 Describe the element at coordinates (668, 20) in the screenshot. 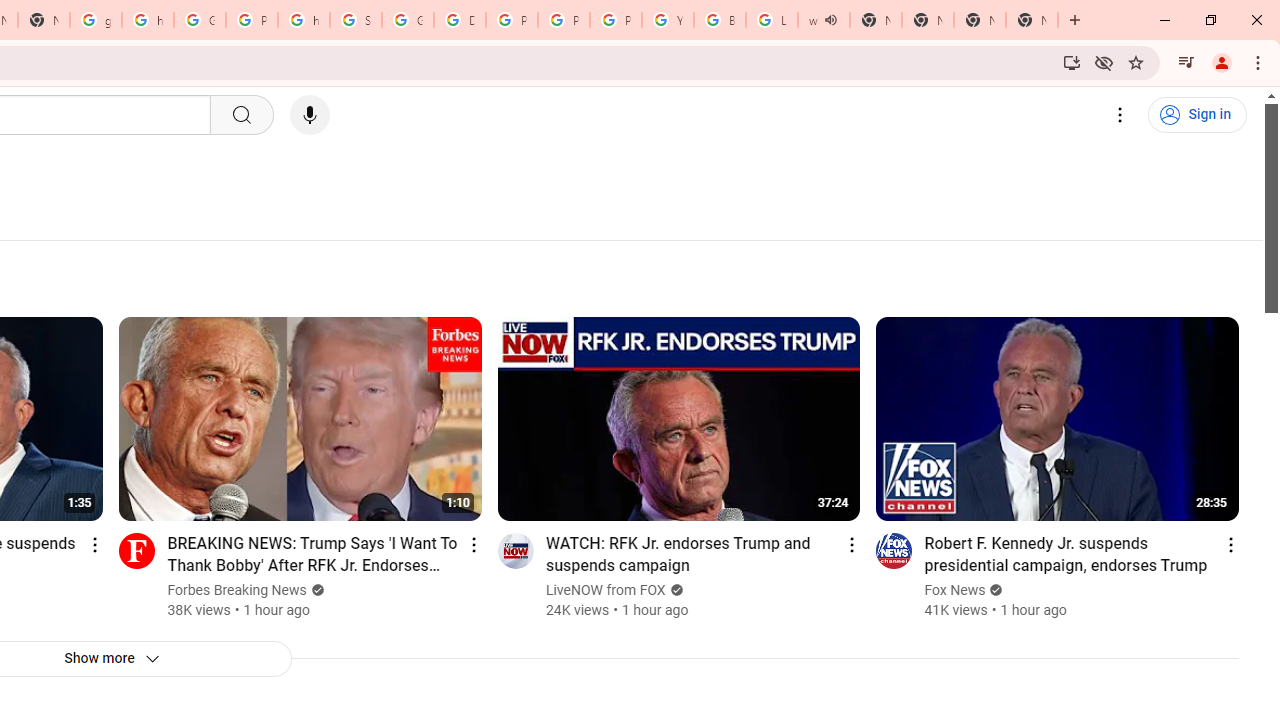

I see `'YouTube'` at that location.